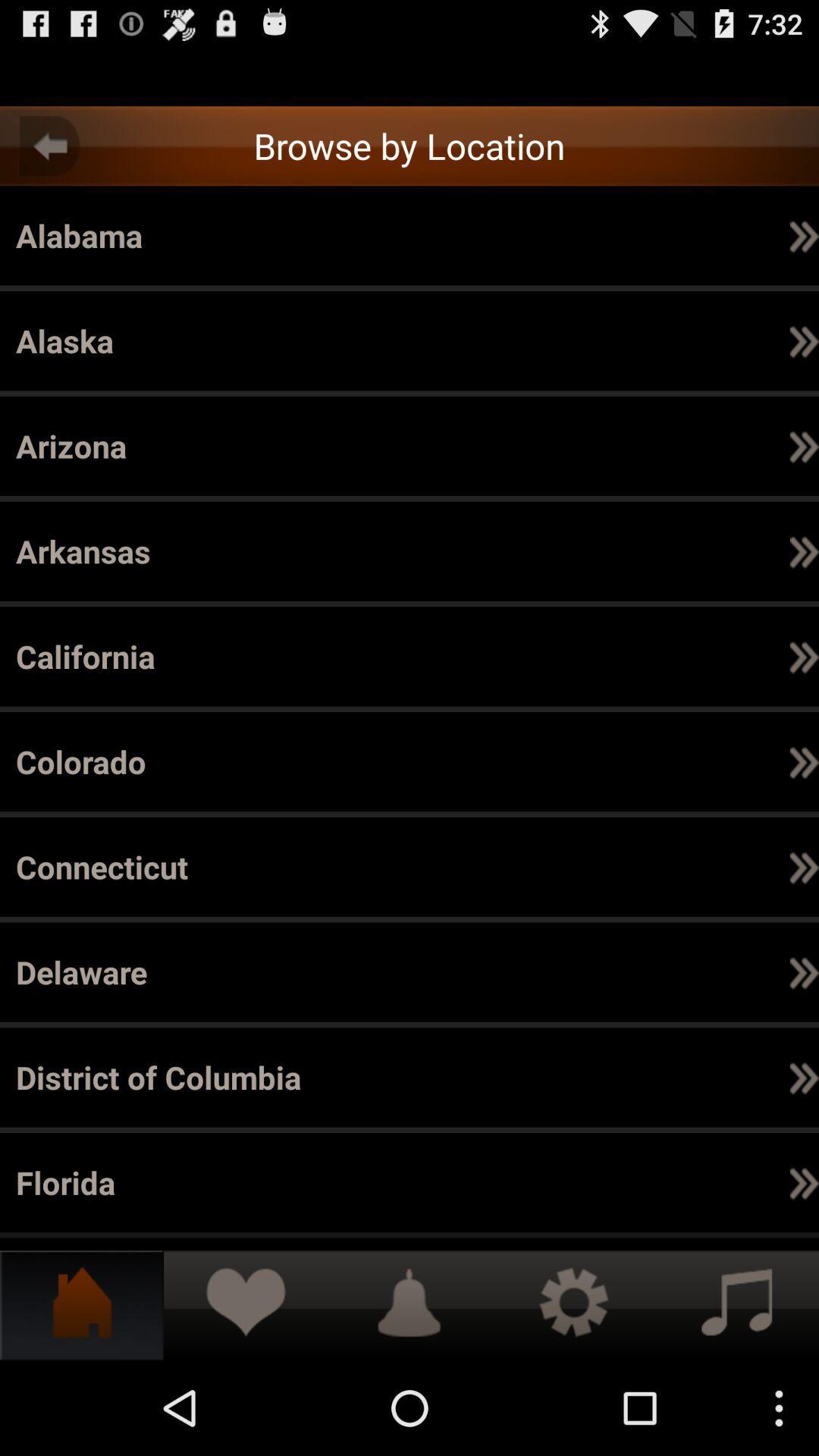  Describe the element at coordinates (657, 867) in the screenshot. I see `the      icon` at that location.